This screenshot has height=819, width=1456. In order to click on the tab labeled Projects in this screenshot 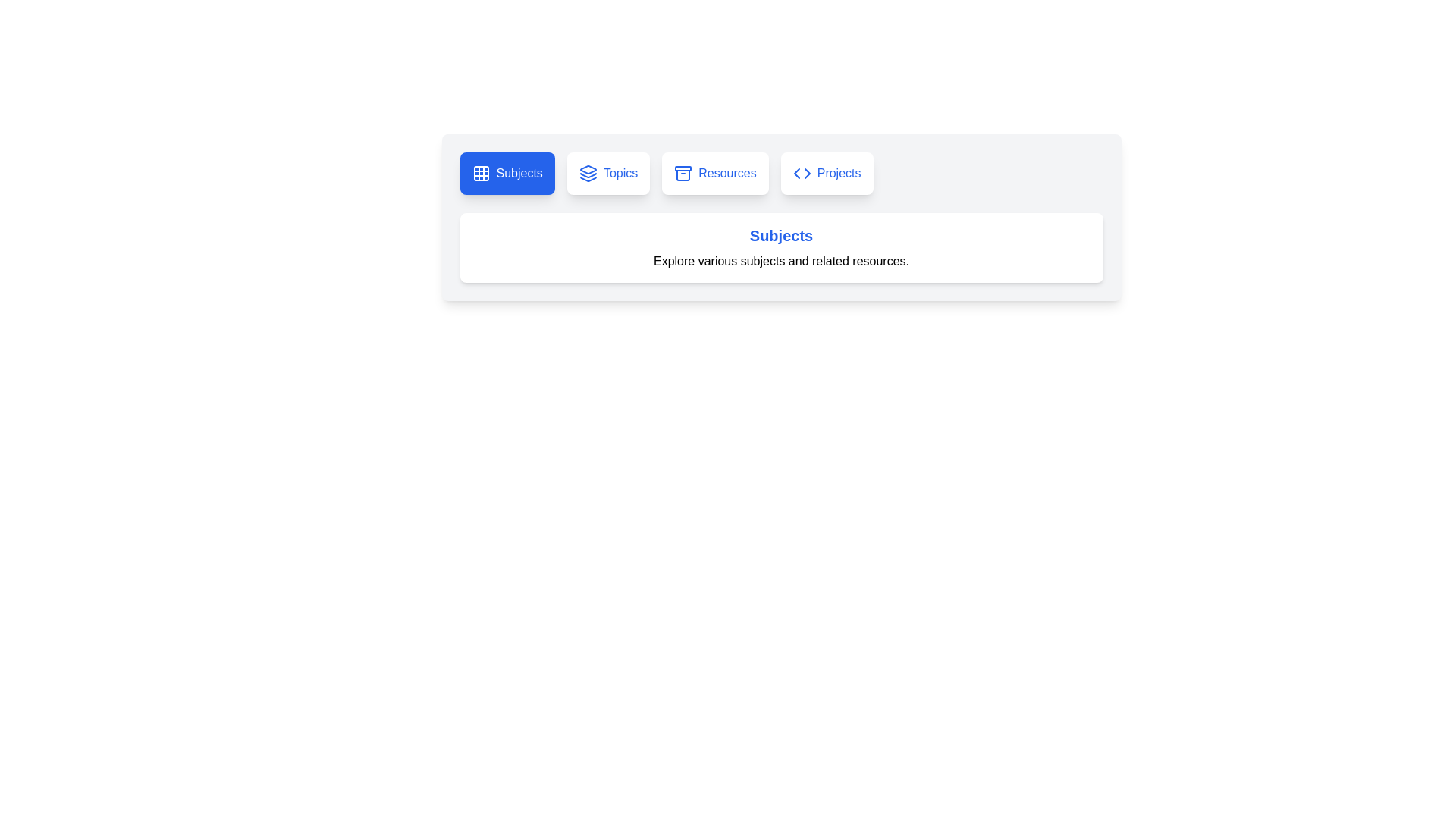, I will do `click(826, 172)`.